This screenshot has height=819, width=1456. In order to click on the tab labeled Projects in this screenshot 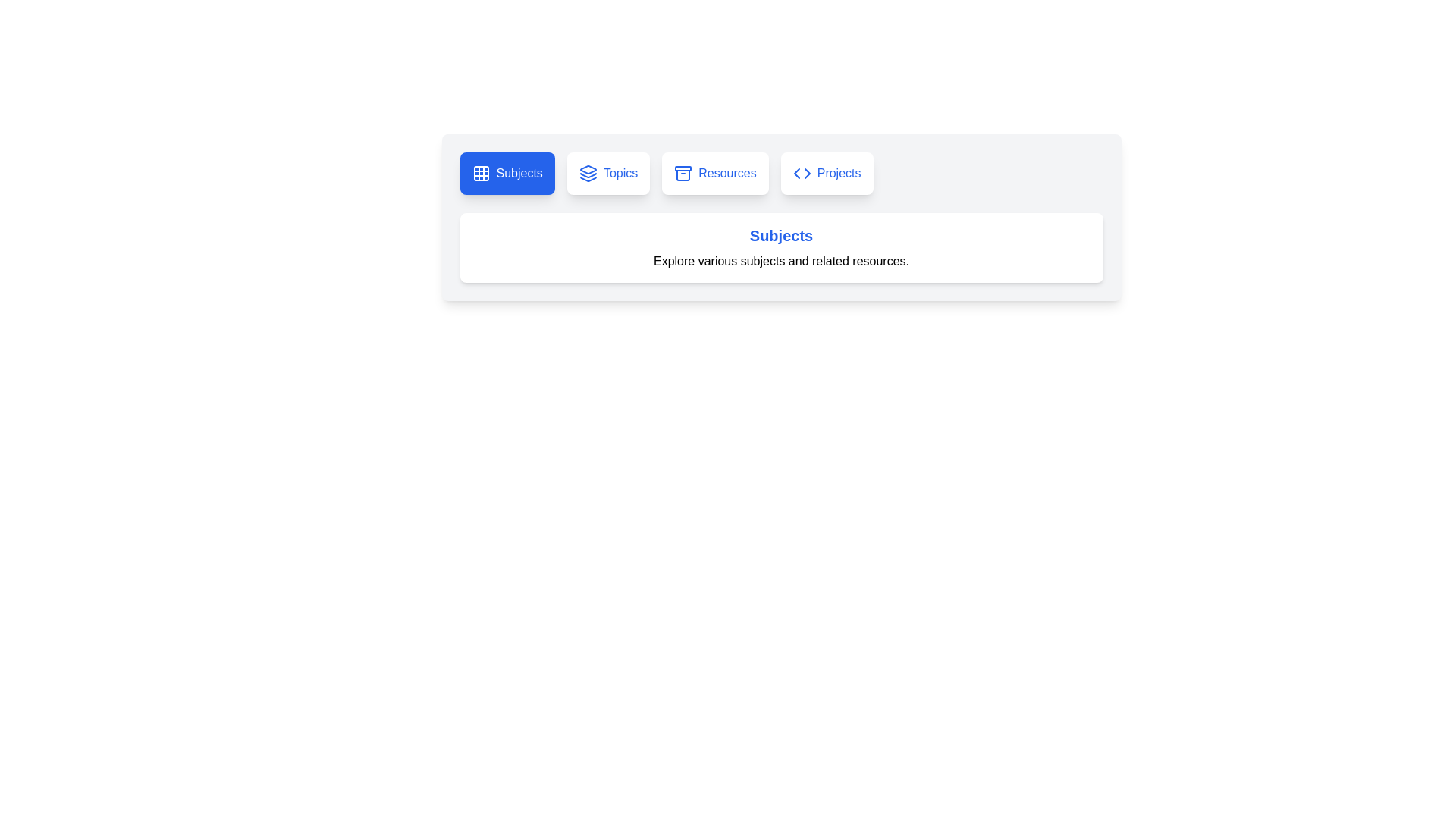, I will do `click(826, 172)`.